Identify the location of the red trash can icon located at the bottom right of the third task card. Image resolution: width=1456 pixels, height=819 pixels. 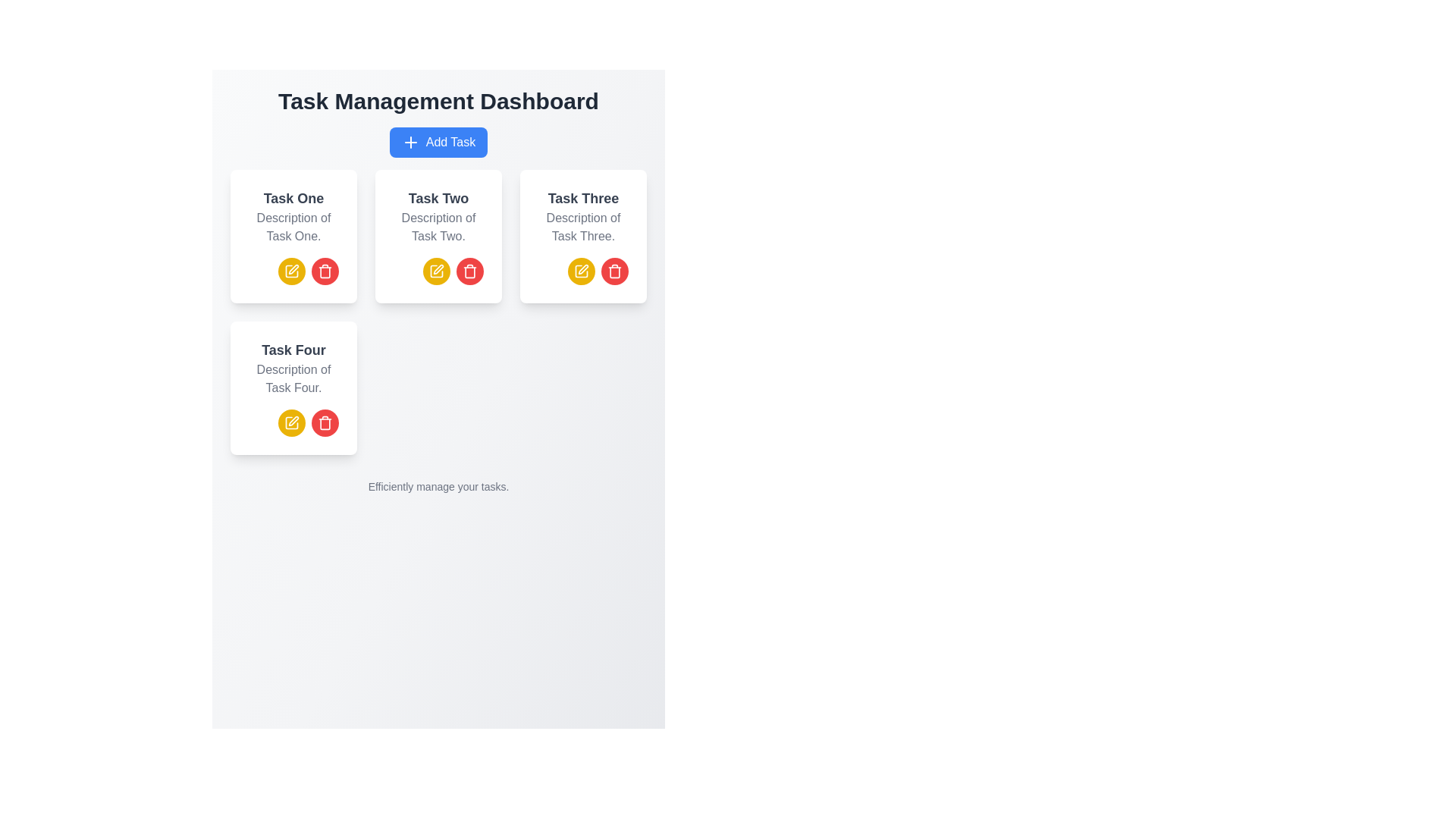
(615, 271).